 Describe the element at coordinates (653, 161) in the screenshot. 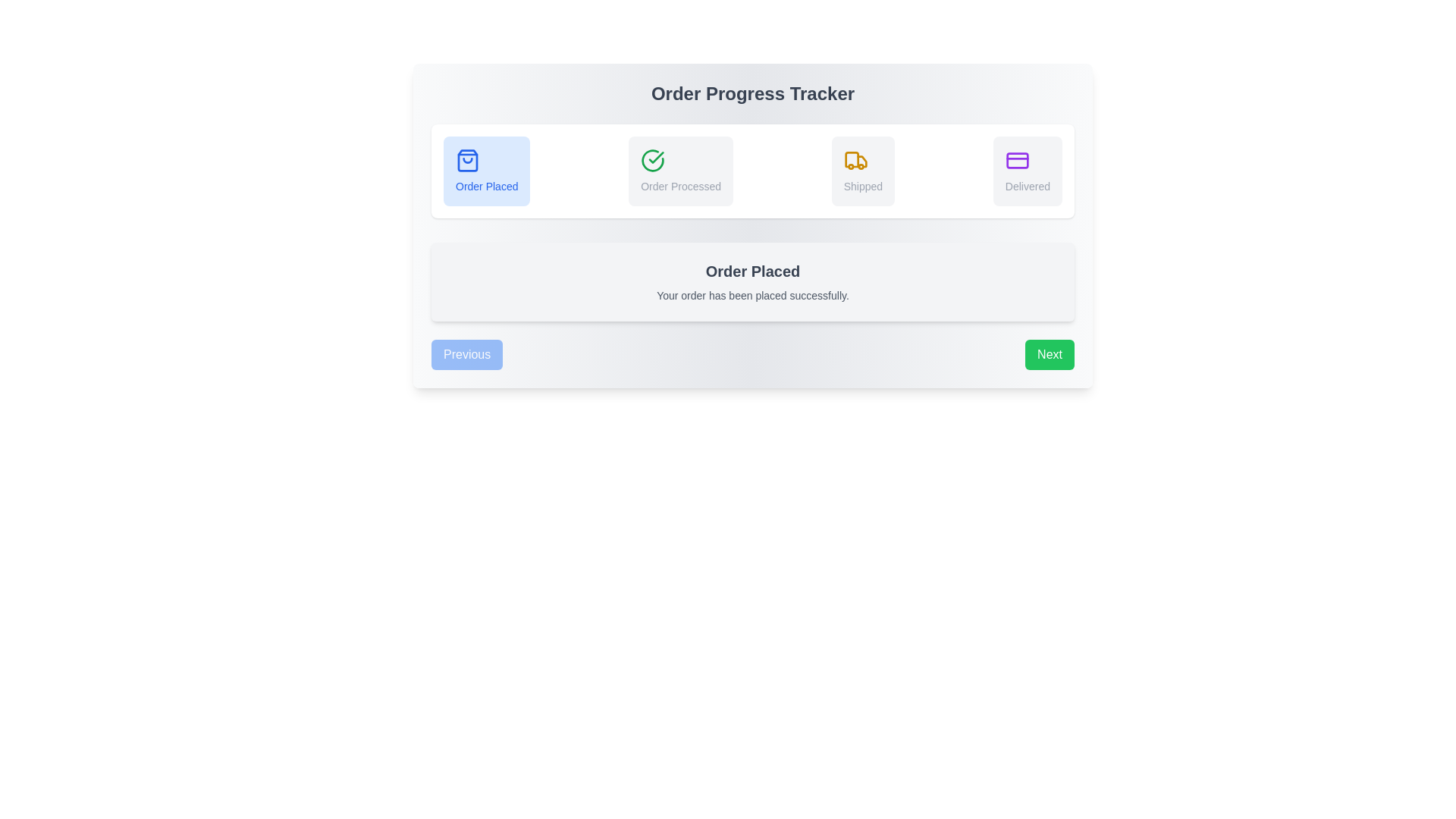

I see `the 'Order Processed' status icon located above the 'Order Processed' text label, positioned second from the left in the process tracking layout` at that location.